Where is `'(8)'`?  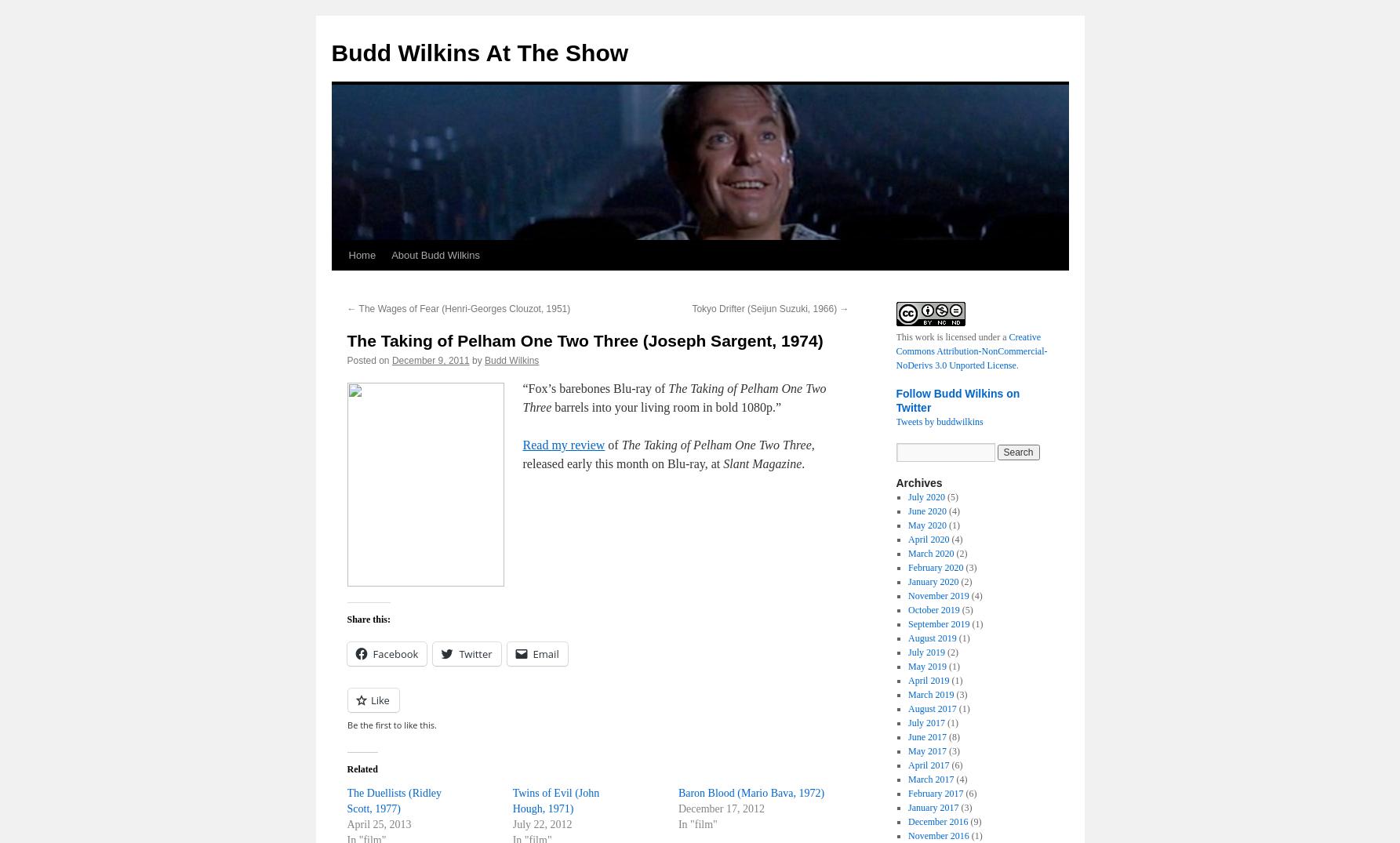 '(8)' is located at coordinates (952, 736).